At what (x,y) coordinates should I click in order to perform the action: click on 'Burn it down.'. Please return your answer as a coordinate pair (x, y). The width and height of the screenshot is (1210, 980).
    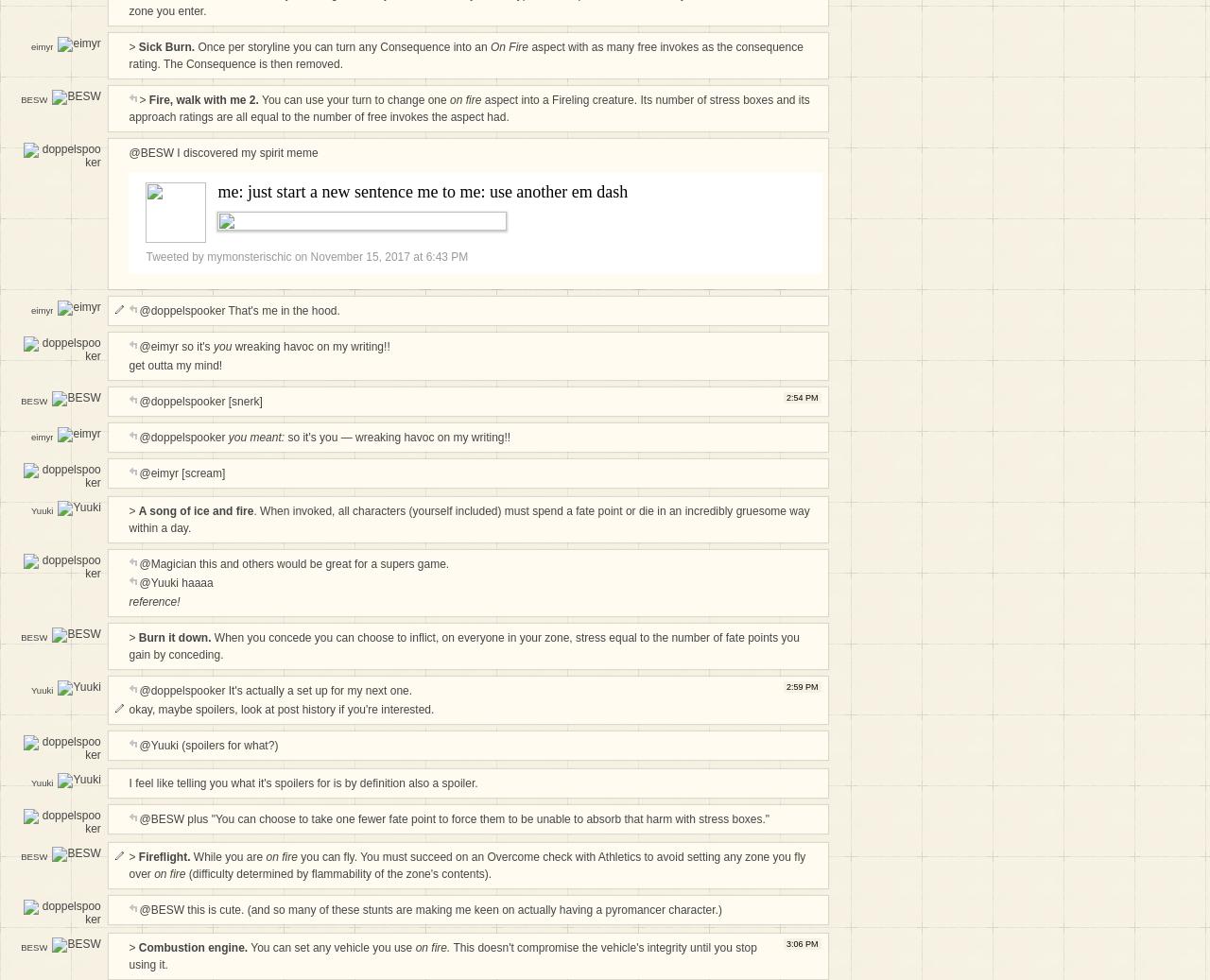
    Looking at the image, I should click on (174, 637).